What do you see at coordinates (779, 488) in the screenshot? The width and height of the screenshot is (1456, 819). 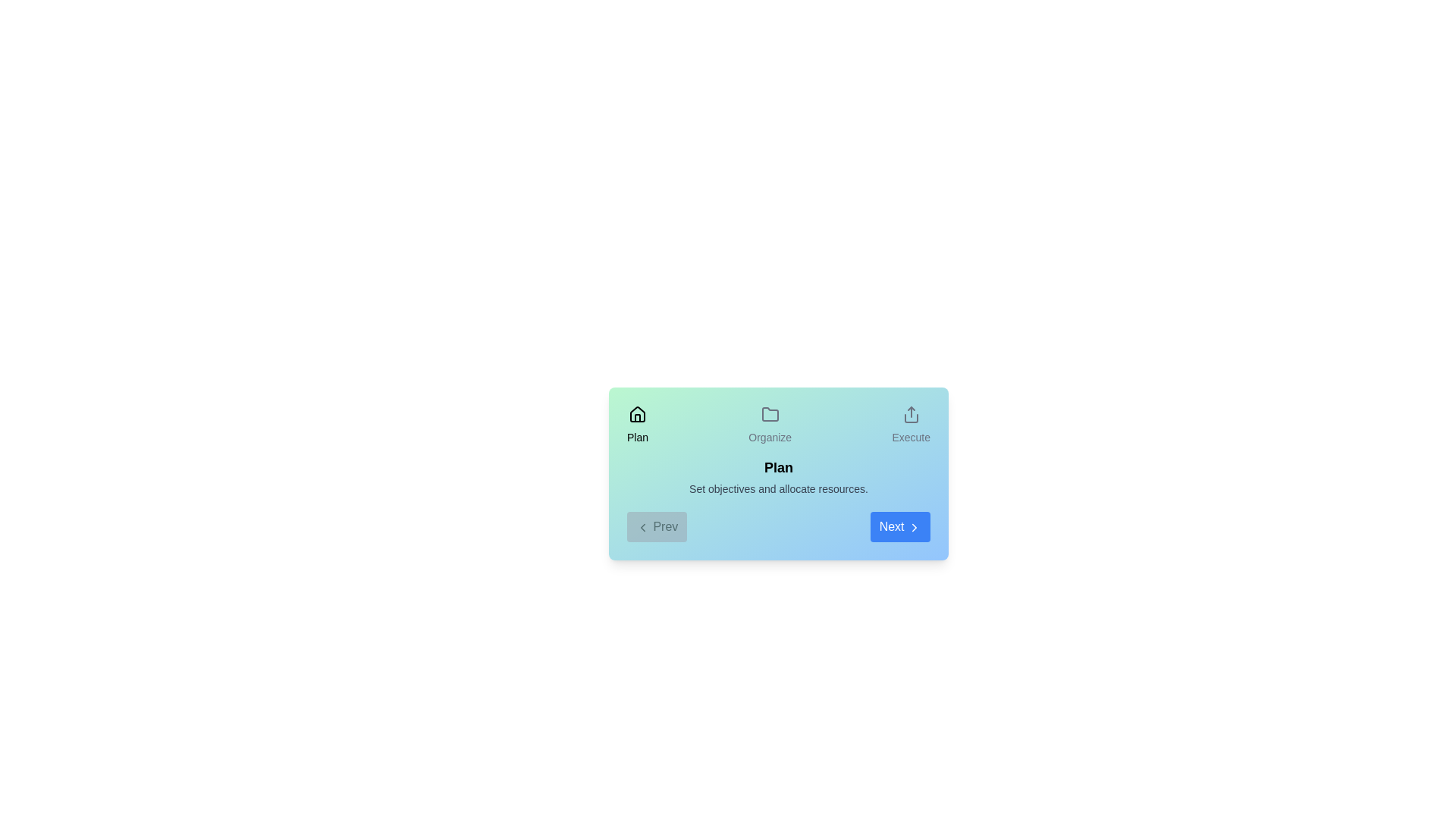 I see `the description text area to read the description for the current stage` at bounding box center [779, 488].